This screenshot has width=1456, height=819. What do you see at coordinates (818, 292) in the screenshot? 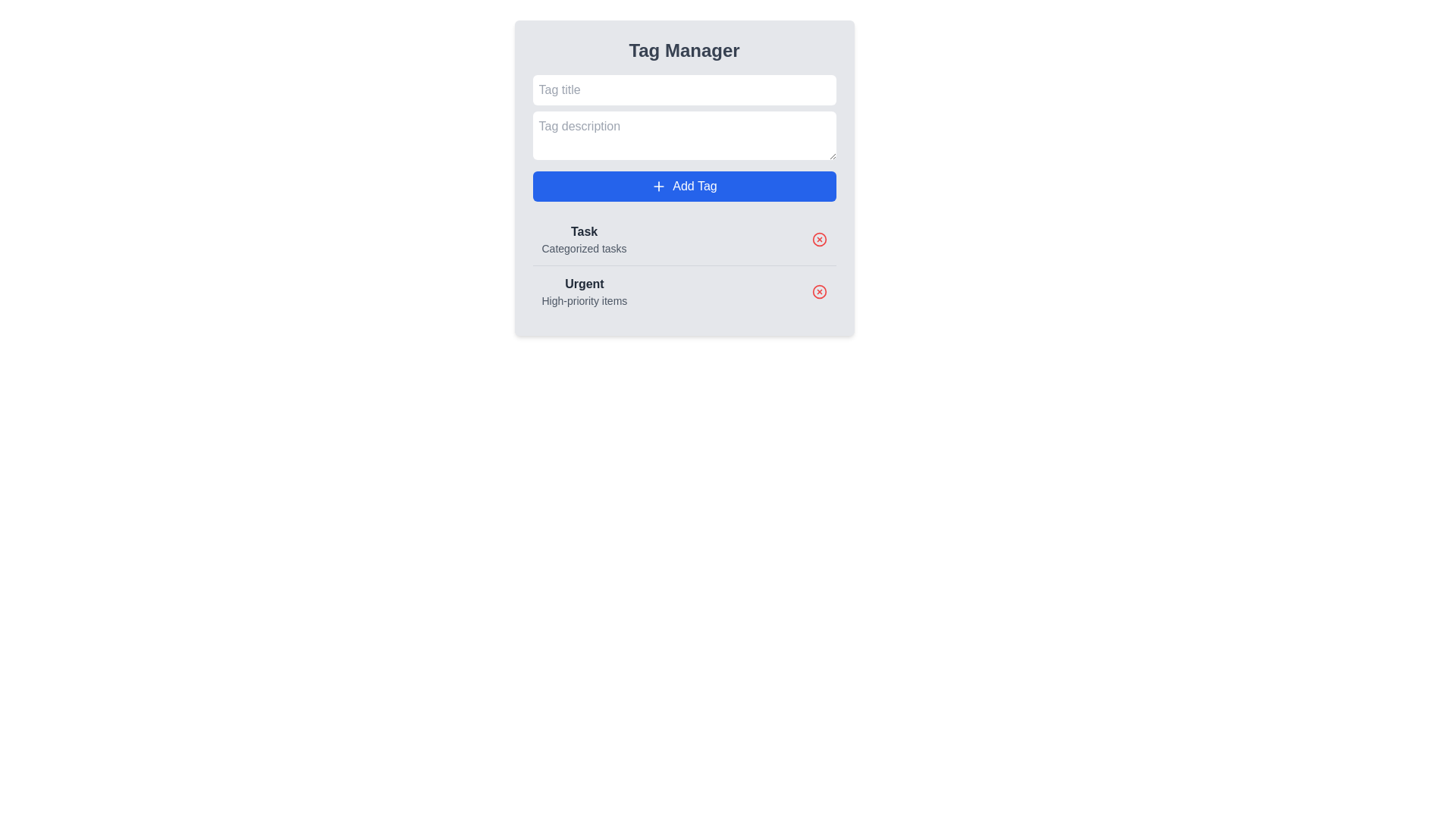
I see `the delete icon representing the 'Urgent' task item located to the right of the 'Urgent' label` at bounding box center [818, 292].